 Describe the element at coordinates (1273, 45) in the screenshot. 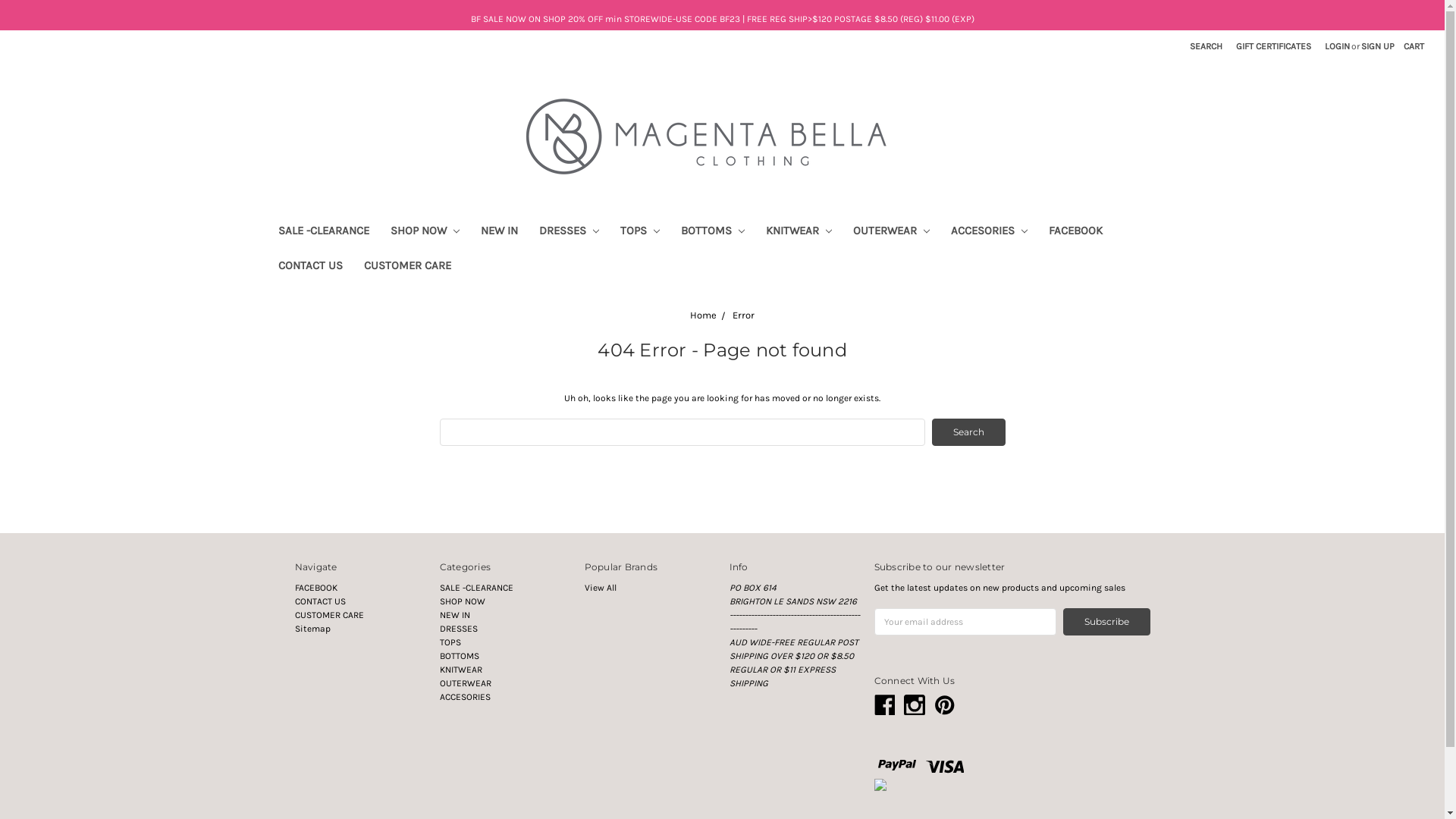

I see `'GIFT CERTIFICATES'` at that location.